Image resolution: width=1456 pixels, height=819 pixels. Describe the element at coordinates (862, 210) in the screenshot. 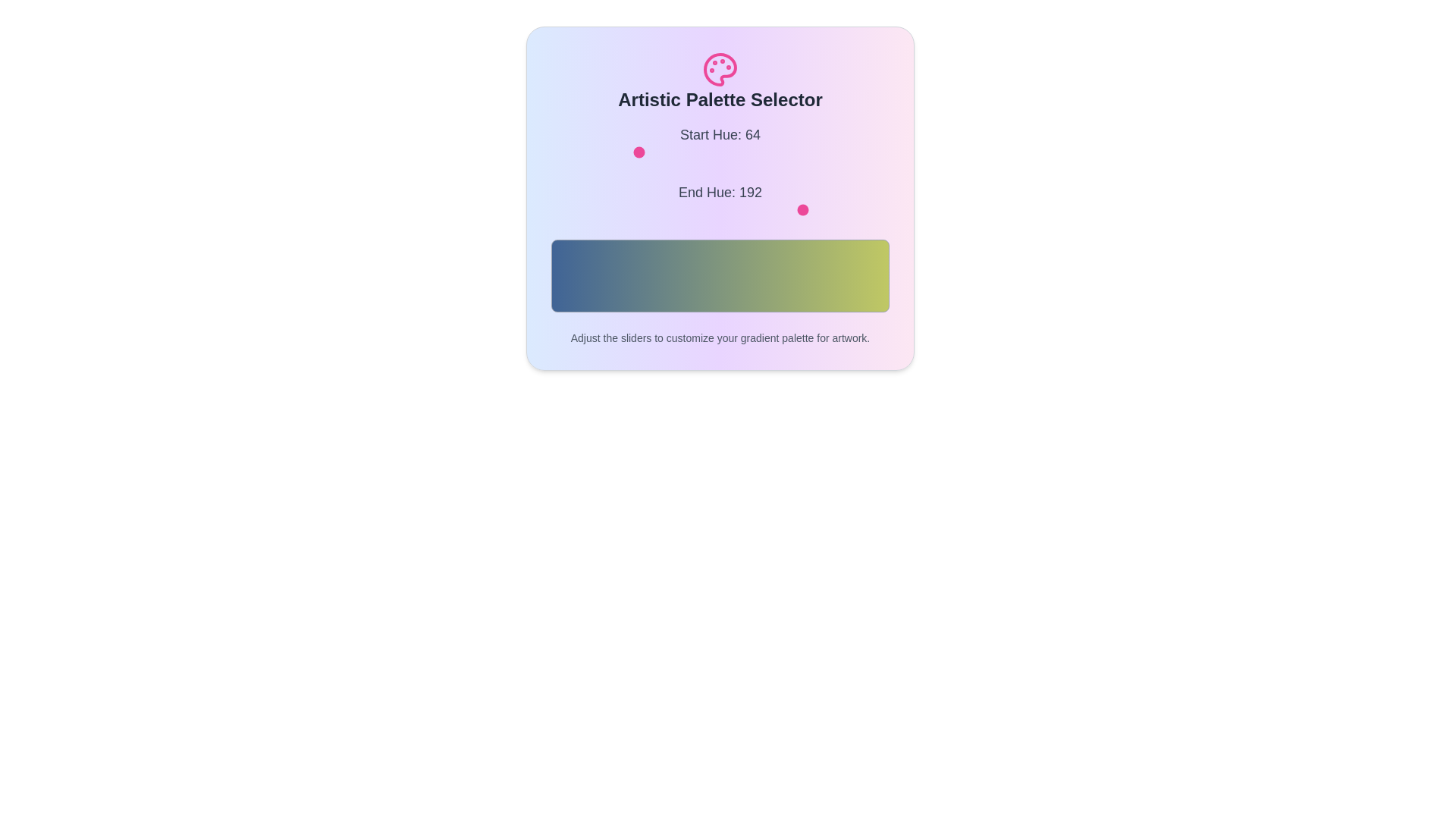

I see `the 'End Hue' slider to 235` at that location.